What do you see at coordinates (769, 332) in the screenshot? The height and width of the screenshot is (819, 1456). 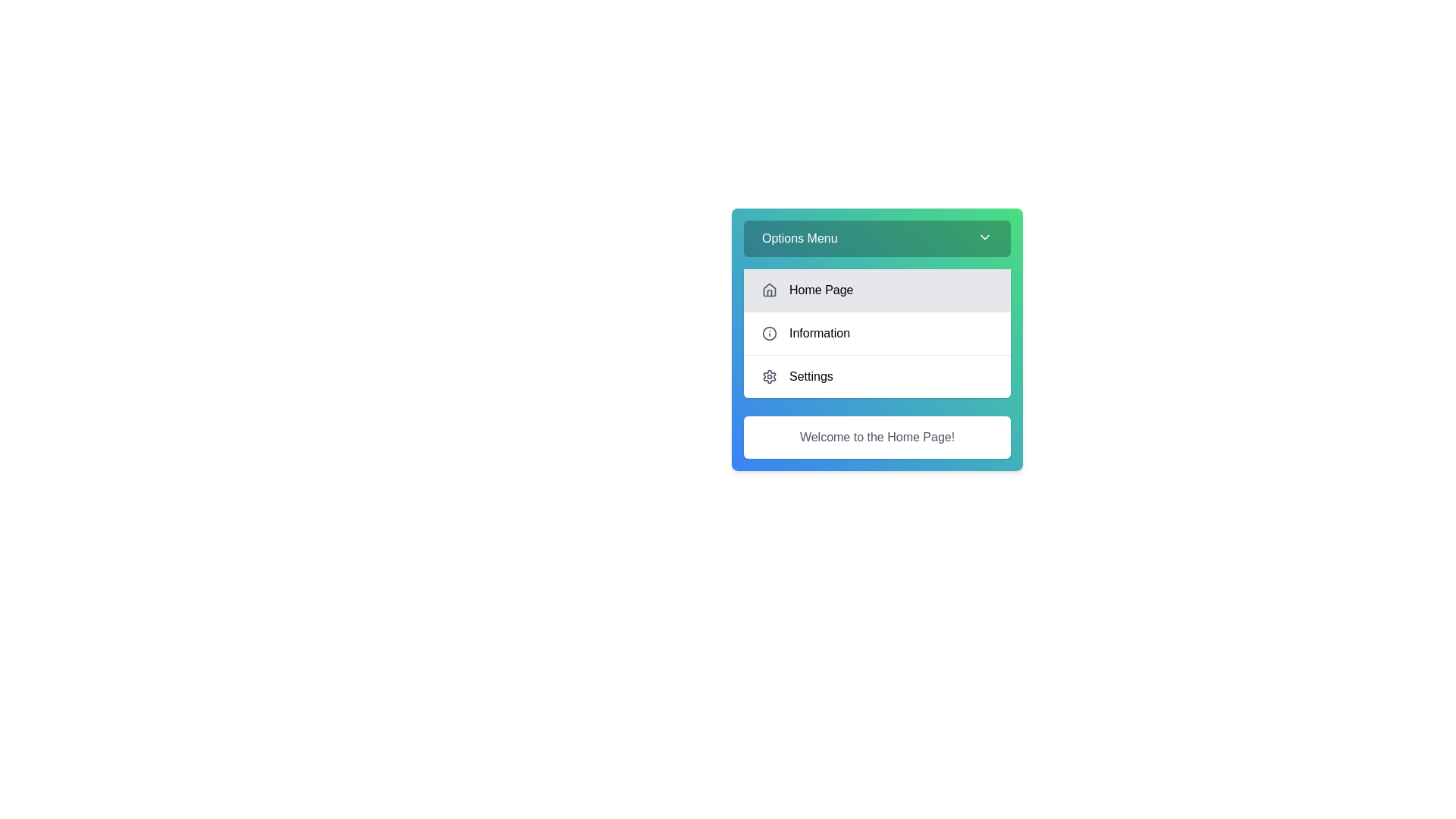 I see `the 'Information' icon located to the left of the 'Information' text in the vertical list of menu options` at bounding box center [769, 332].